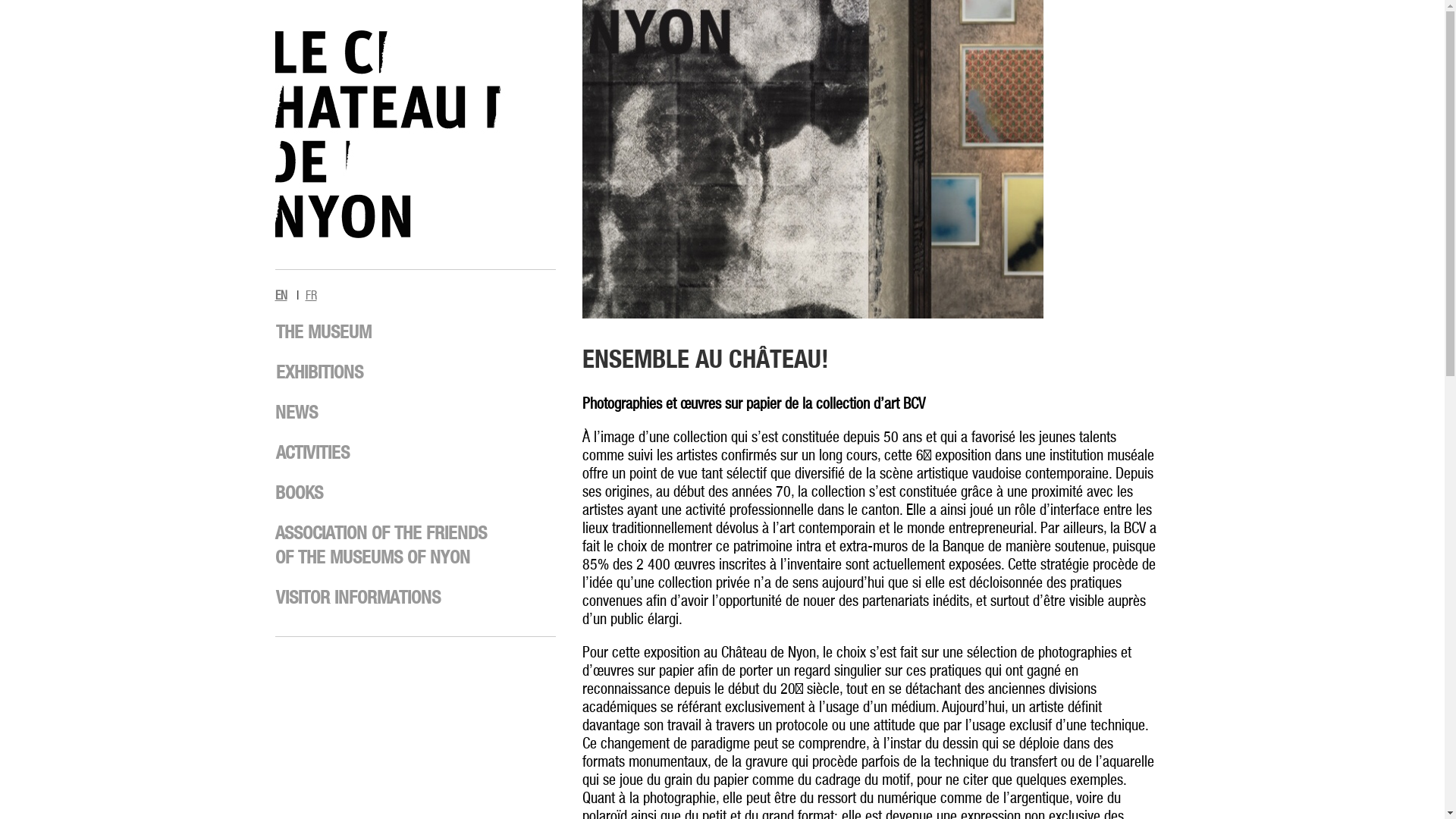 This screenshot has height=819, width=1456. What do you see at coordinates (357, 595) in the screenshot?
I see `'VISITOR INFORMATIONS'` at bounding box center [357, 595].